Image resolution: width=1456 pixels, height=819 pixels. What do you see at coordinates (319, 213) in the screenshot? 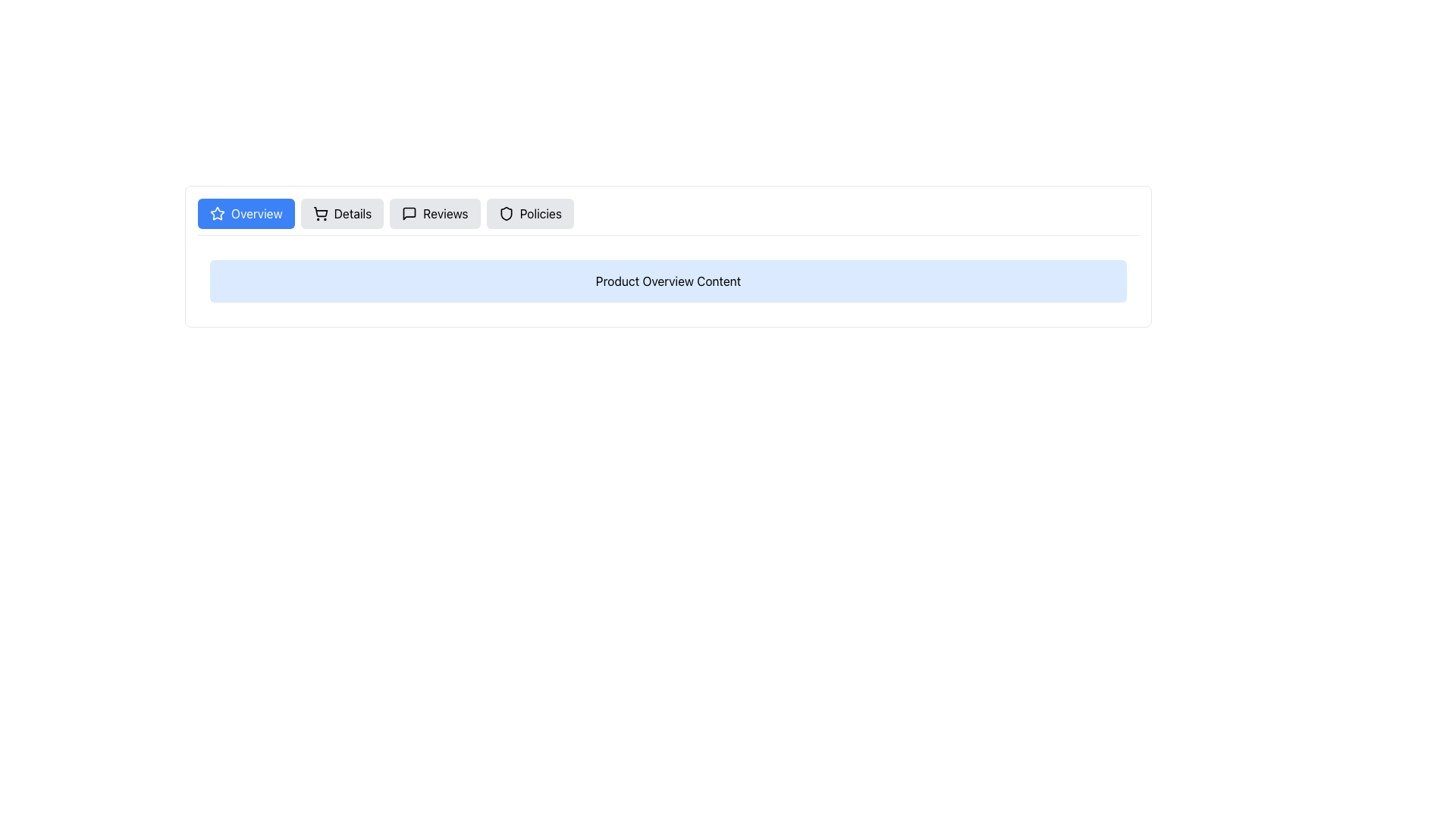
I see `the shopping cart icon located within the 'Details' button, which is styled with a simple line design and positioned adjacent to the text label 'Details'` at bounding box center [319, 213].